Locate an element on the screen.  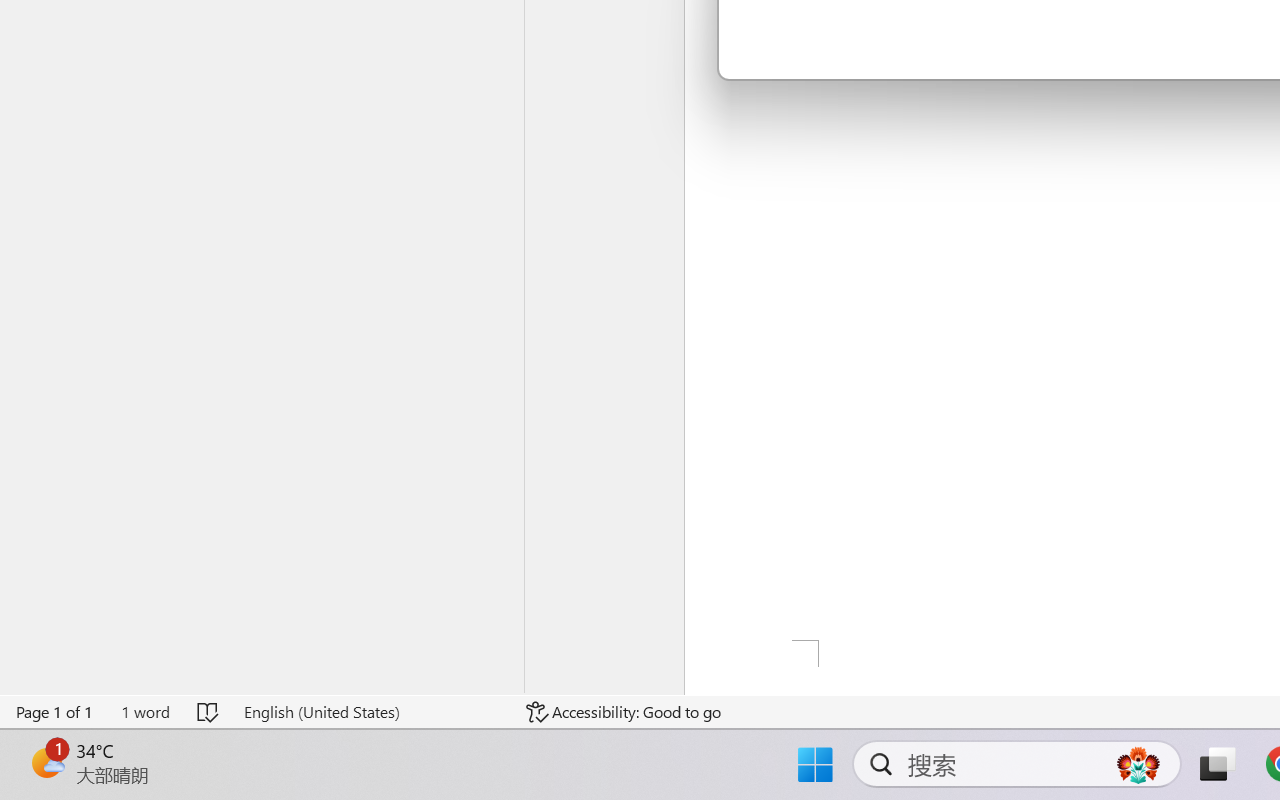
'AutomationID: BadgeAnchorLargeTicker' is located at coordinates (46, 762).